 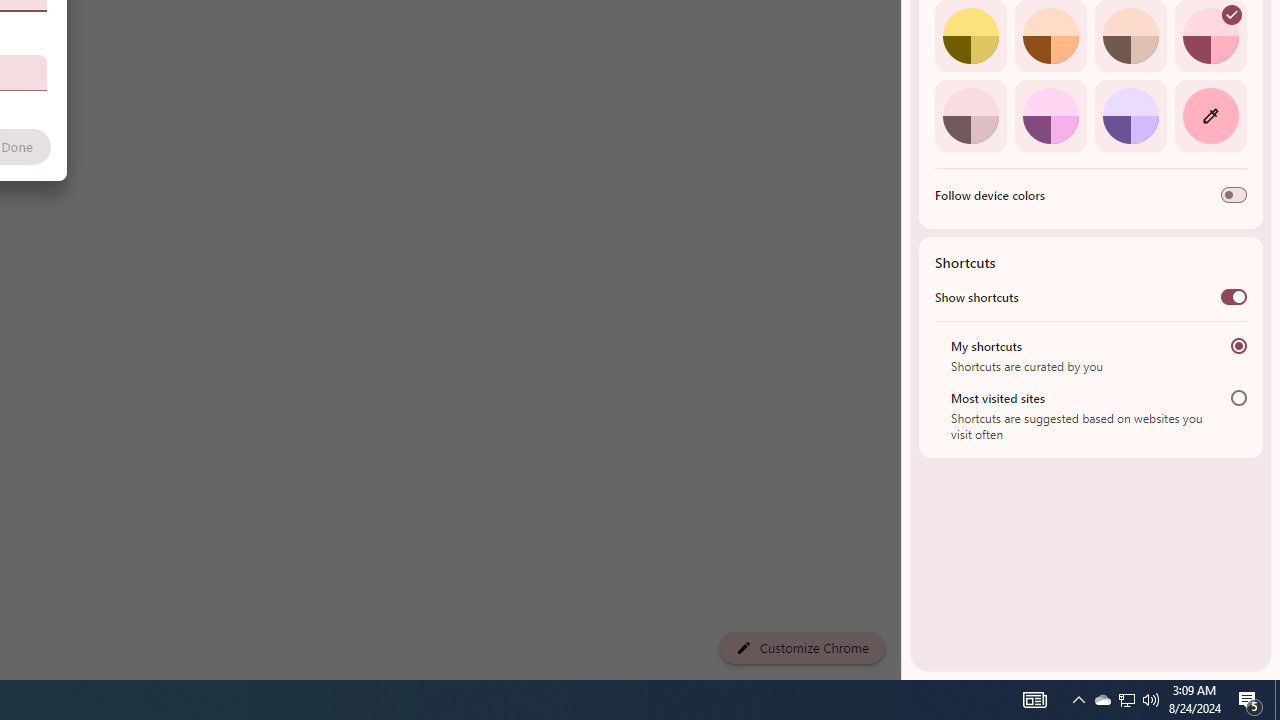 What do you see at coordinates (1130, 115) in the screenshot?
I see `'Violet'` at bounding box center [1130, 115].